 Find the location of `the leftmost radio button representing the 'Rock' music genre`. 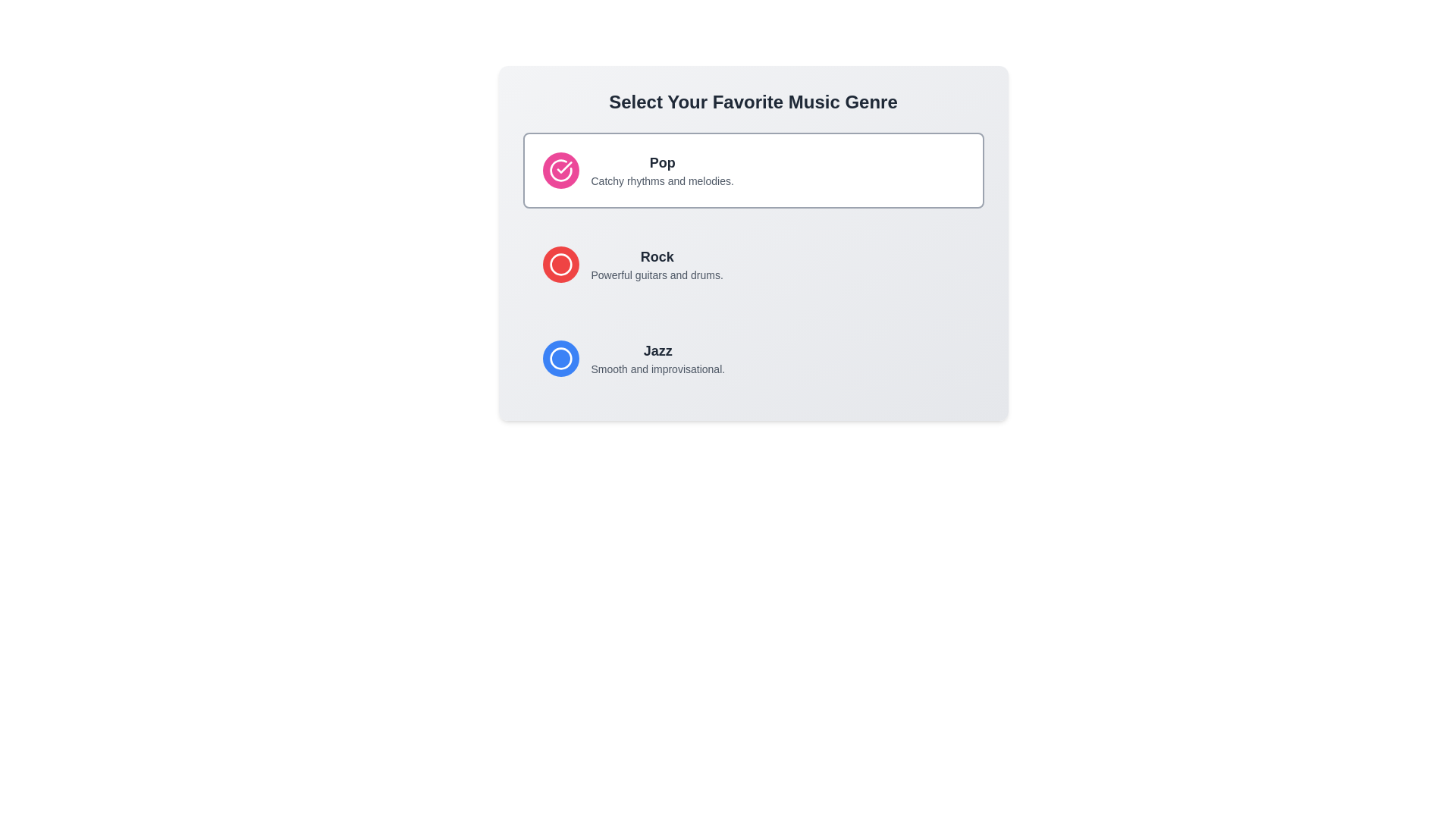

the leftmost radio button representing the 'Rock' music genre is located at coordinates (560, 263).